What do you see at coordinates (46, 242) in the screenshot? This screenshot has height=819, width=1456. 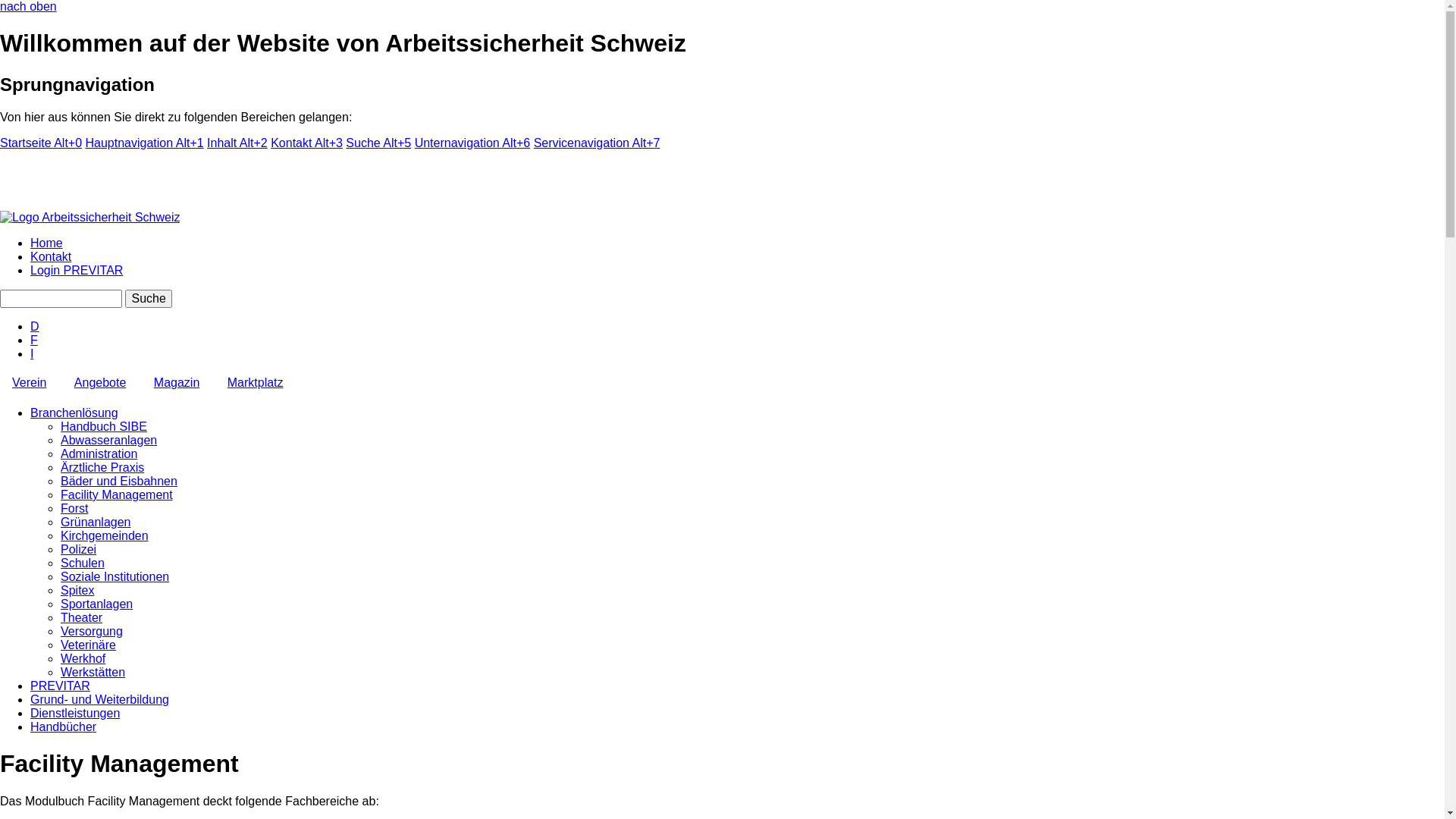 I see `'Home'` at bounding box center [46, 242].